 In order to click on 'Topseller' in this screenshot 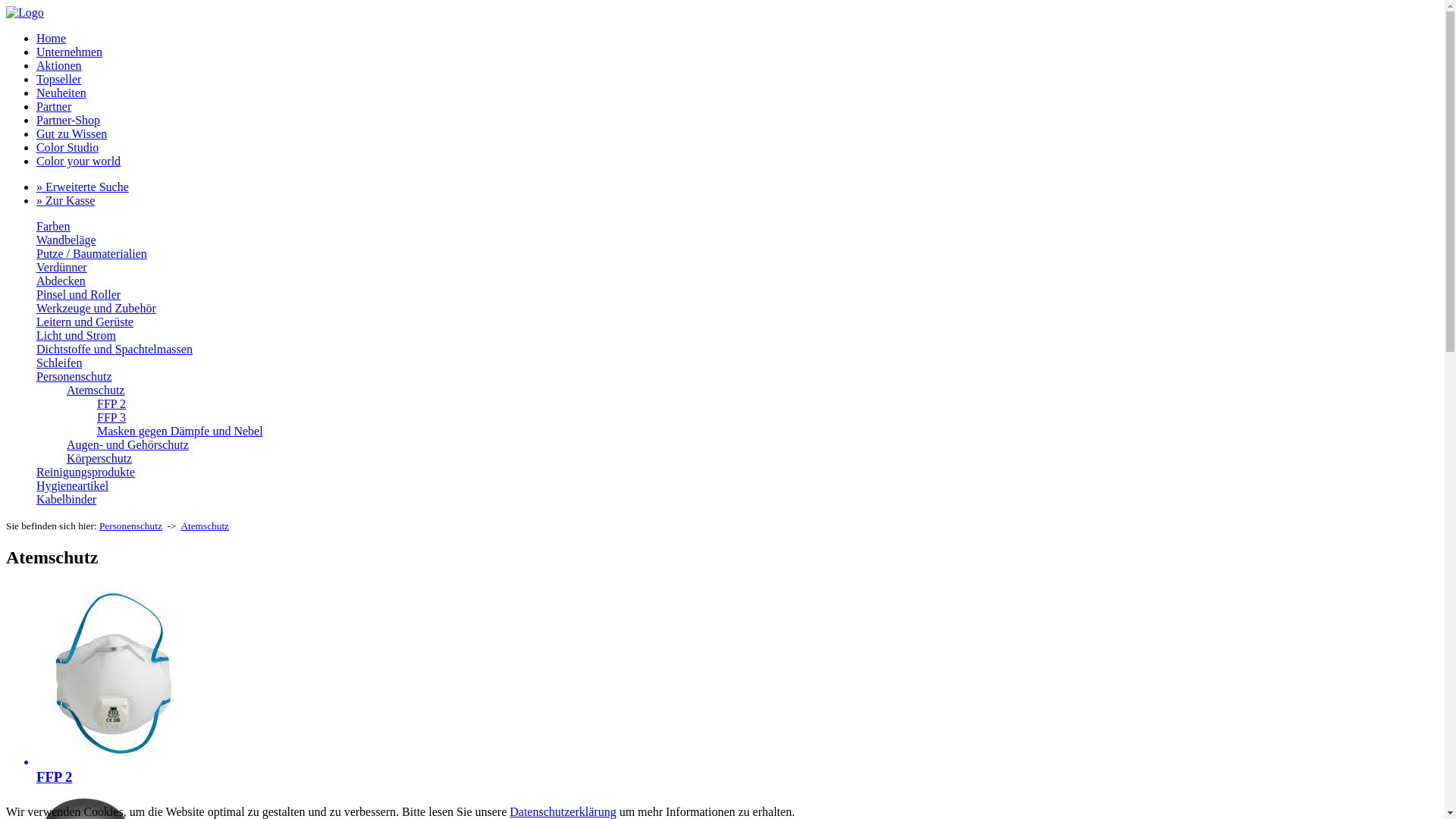, I will do `click(58, 79)`.